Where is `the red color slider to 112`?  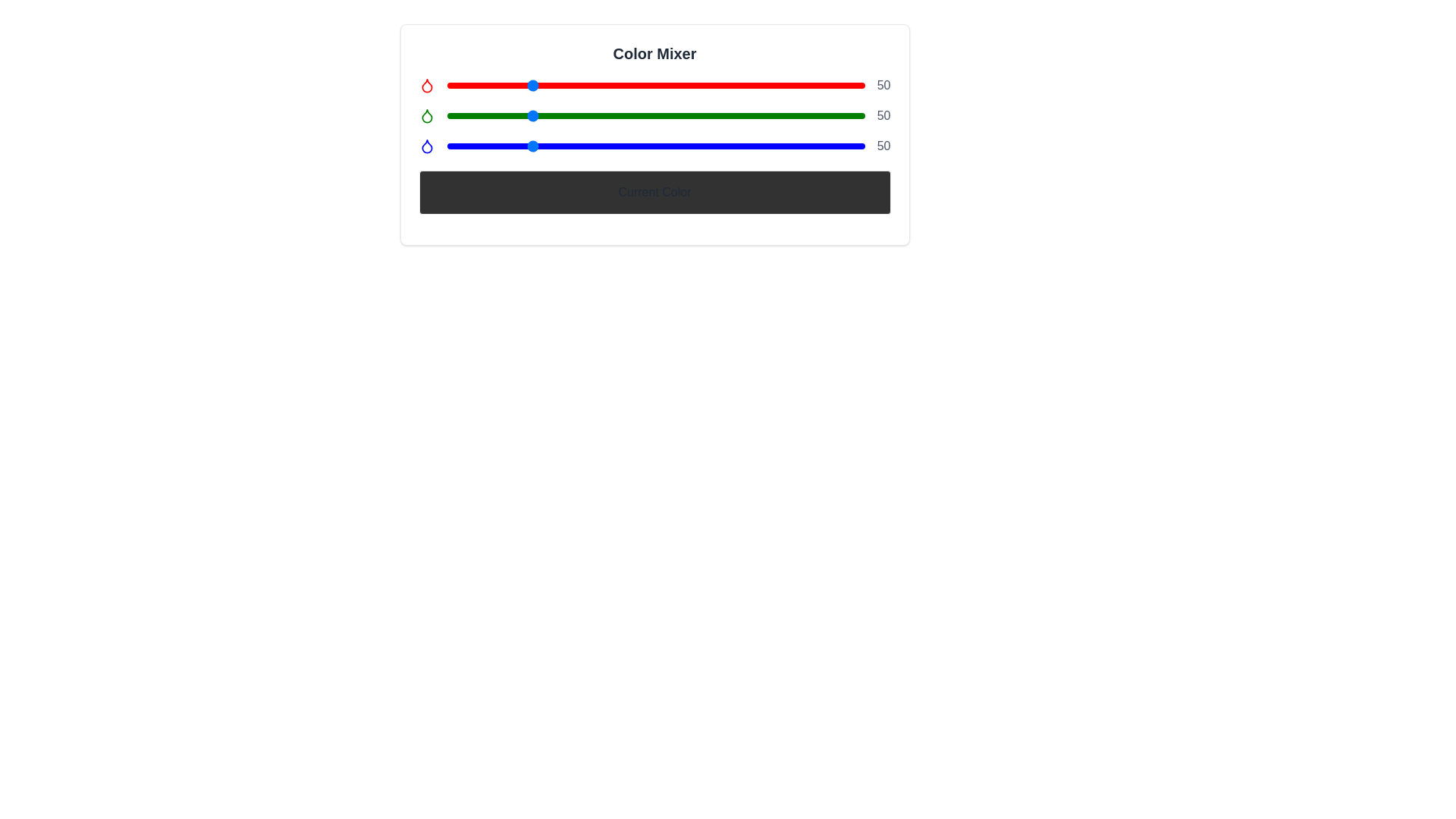 the red color slider to 112 is located at coordinates (630, 85).